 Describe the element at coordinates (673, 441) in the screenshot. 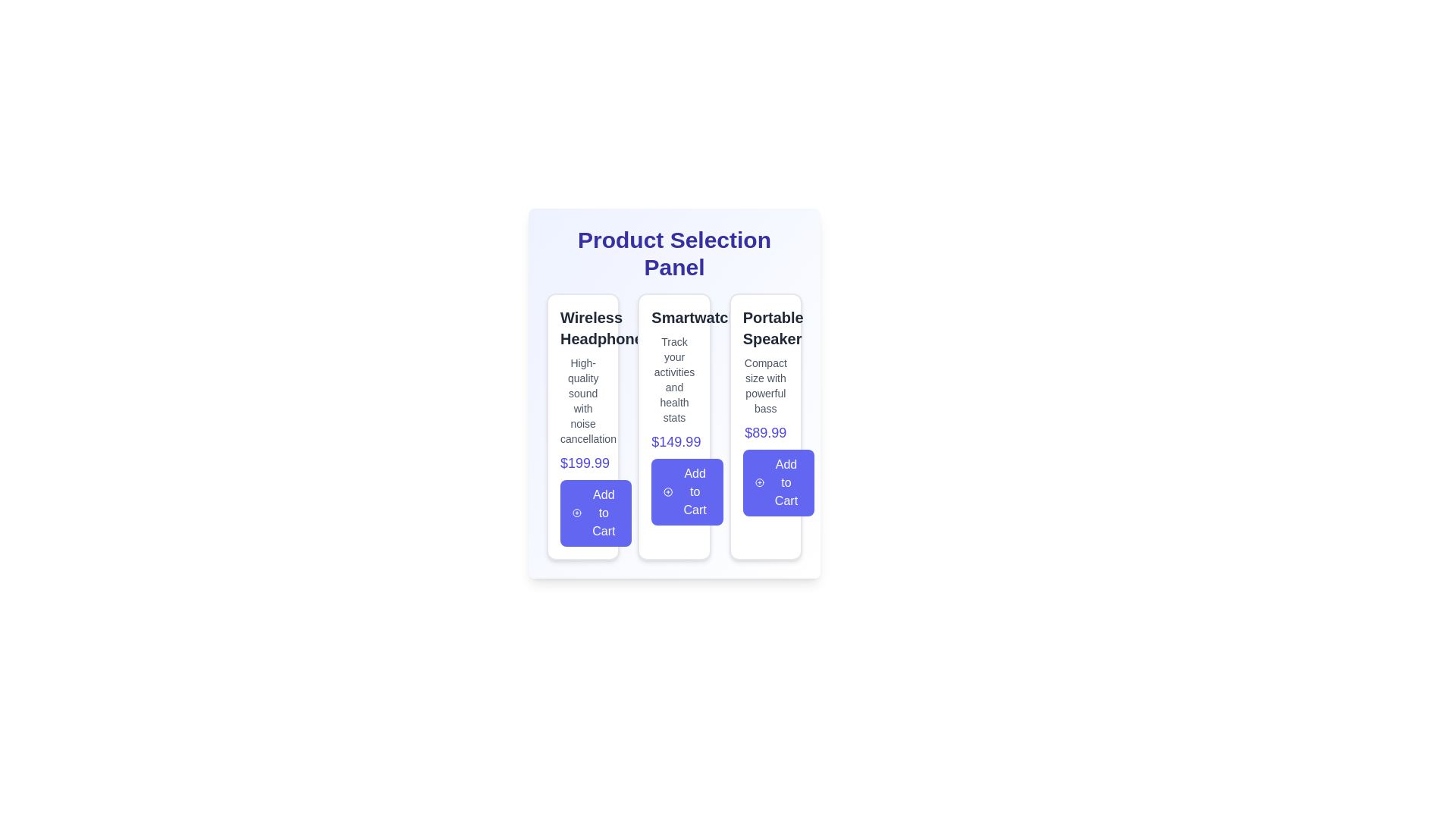

I see `the price text label displaying the price of the 'Smartwatch', located in the second card of the product selection panel` at that location.